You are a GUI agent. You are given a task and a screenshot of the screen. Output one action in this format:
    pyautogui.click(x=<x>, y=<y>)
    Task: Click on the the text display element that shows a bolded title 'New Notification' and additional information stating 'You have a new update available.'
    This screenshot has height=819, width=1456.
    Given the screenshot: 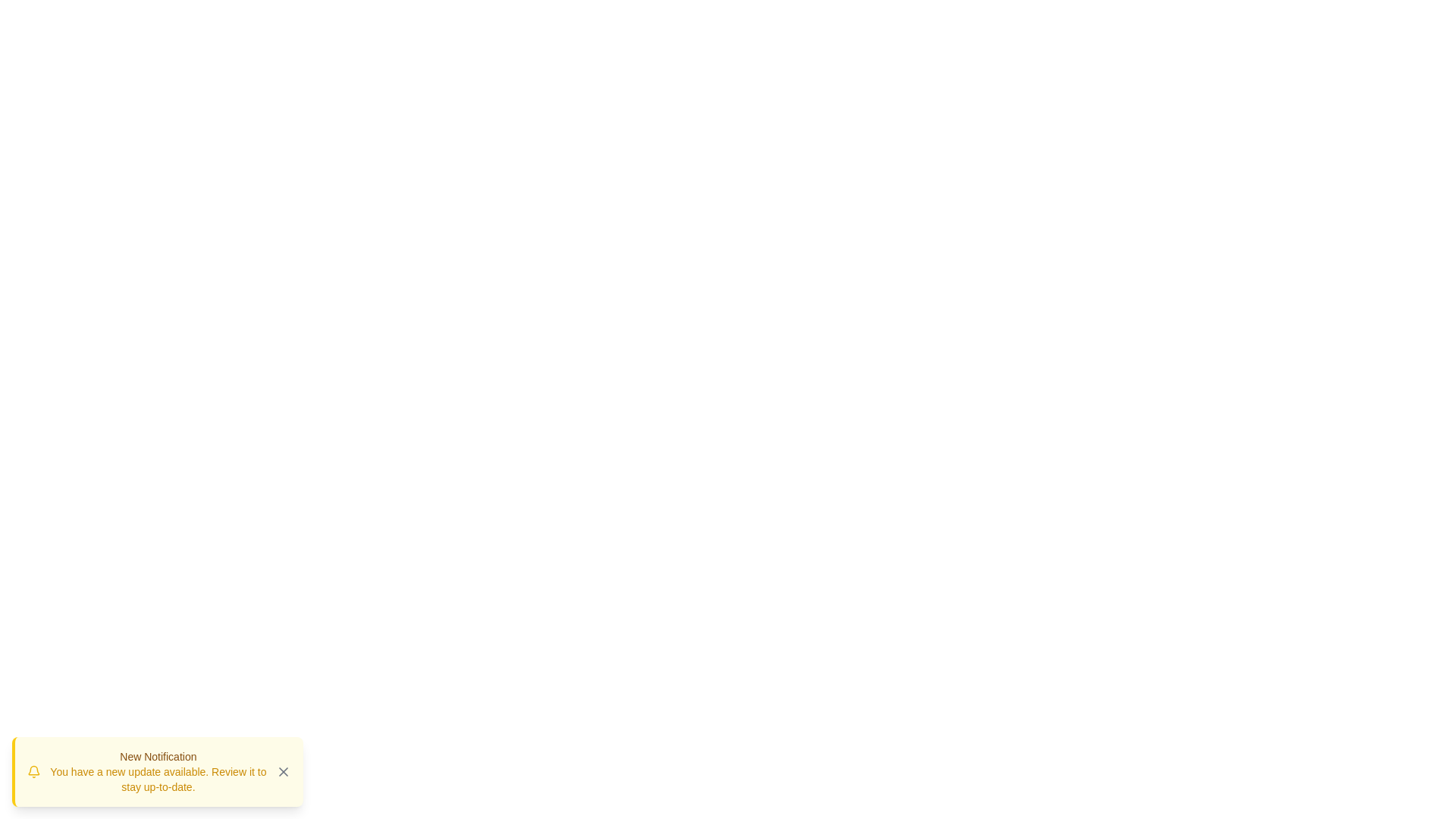 What is the action you would take?
    pyautogui.click(x=158, y=772)
    